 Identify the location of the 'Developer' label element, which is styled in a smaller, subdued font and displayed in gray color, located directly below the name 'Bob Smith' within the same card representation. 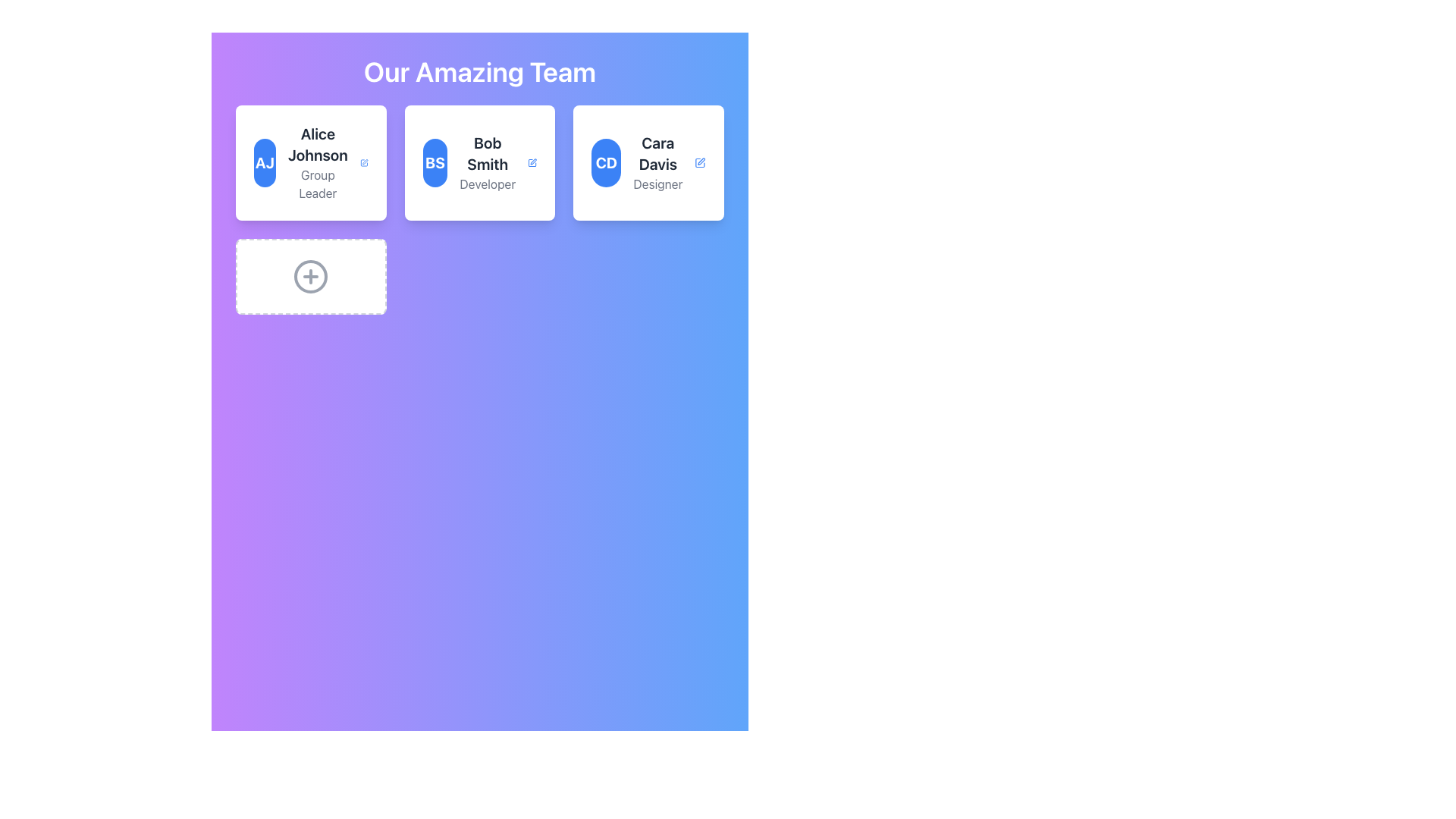
(488, 184).